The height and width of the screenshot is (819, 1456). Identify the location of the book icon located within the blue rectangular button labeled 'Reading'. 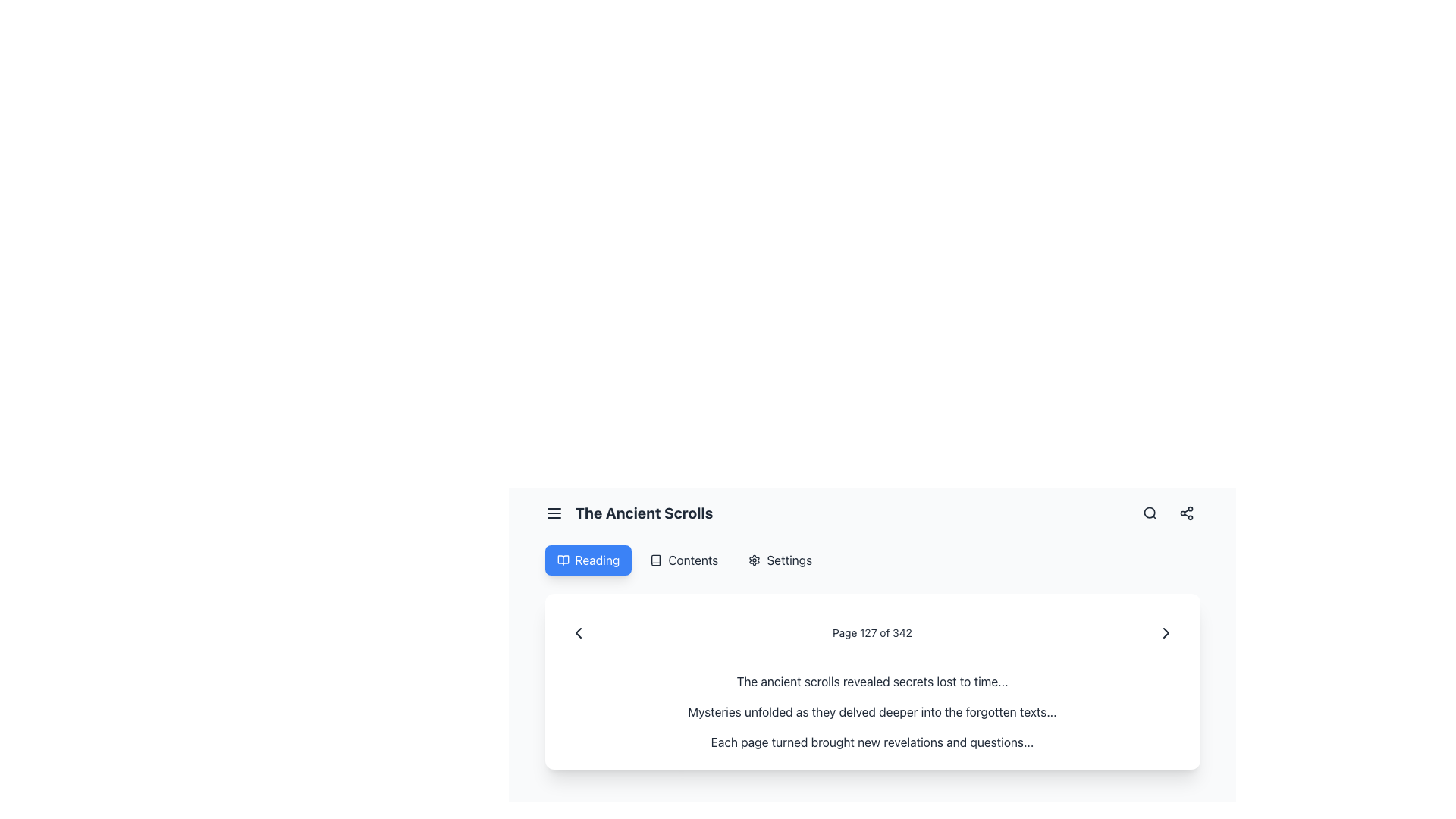
(562, 560).